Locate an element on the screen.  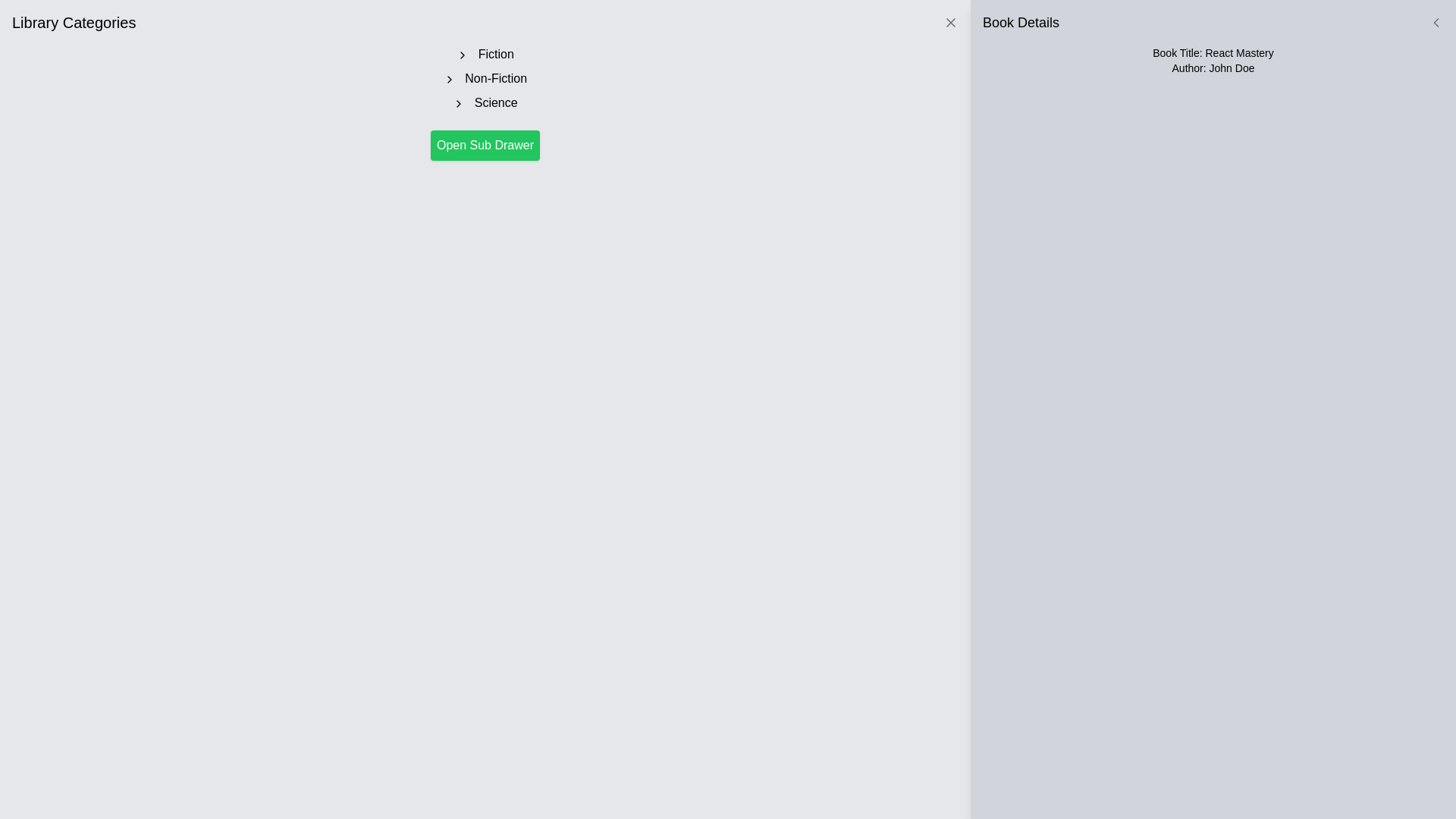
the expandable or collapsible icon for the 'Fiction' category, located to the left of its text label in the hierarchical menu structure is located at coordinates (462, 54).